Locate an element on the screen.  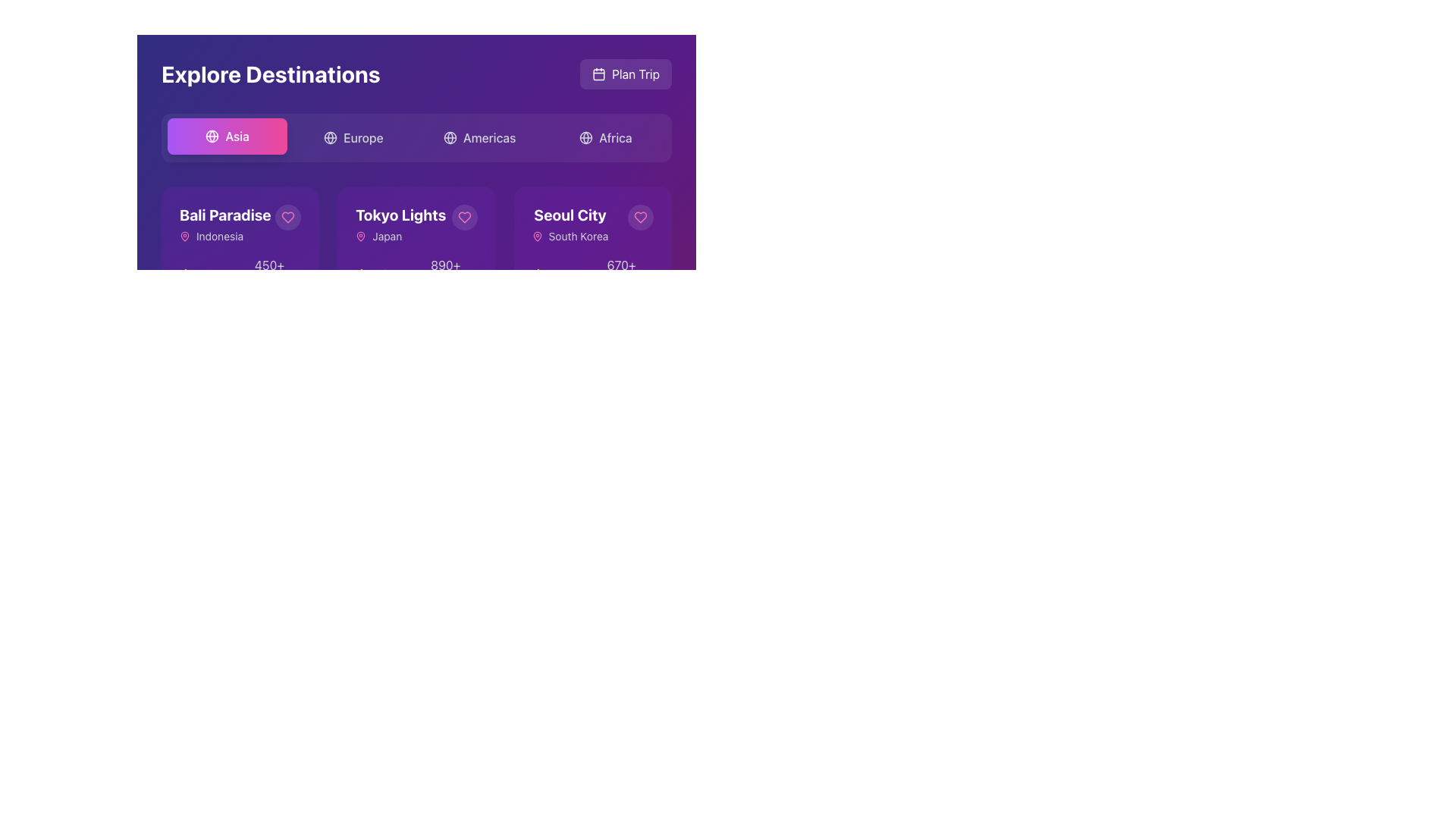
the circular globe icon located to the left of the 'Americas' text in the top navigation area under 'Explore Destinations' is located at coordinates (449, 137).